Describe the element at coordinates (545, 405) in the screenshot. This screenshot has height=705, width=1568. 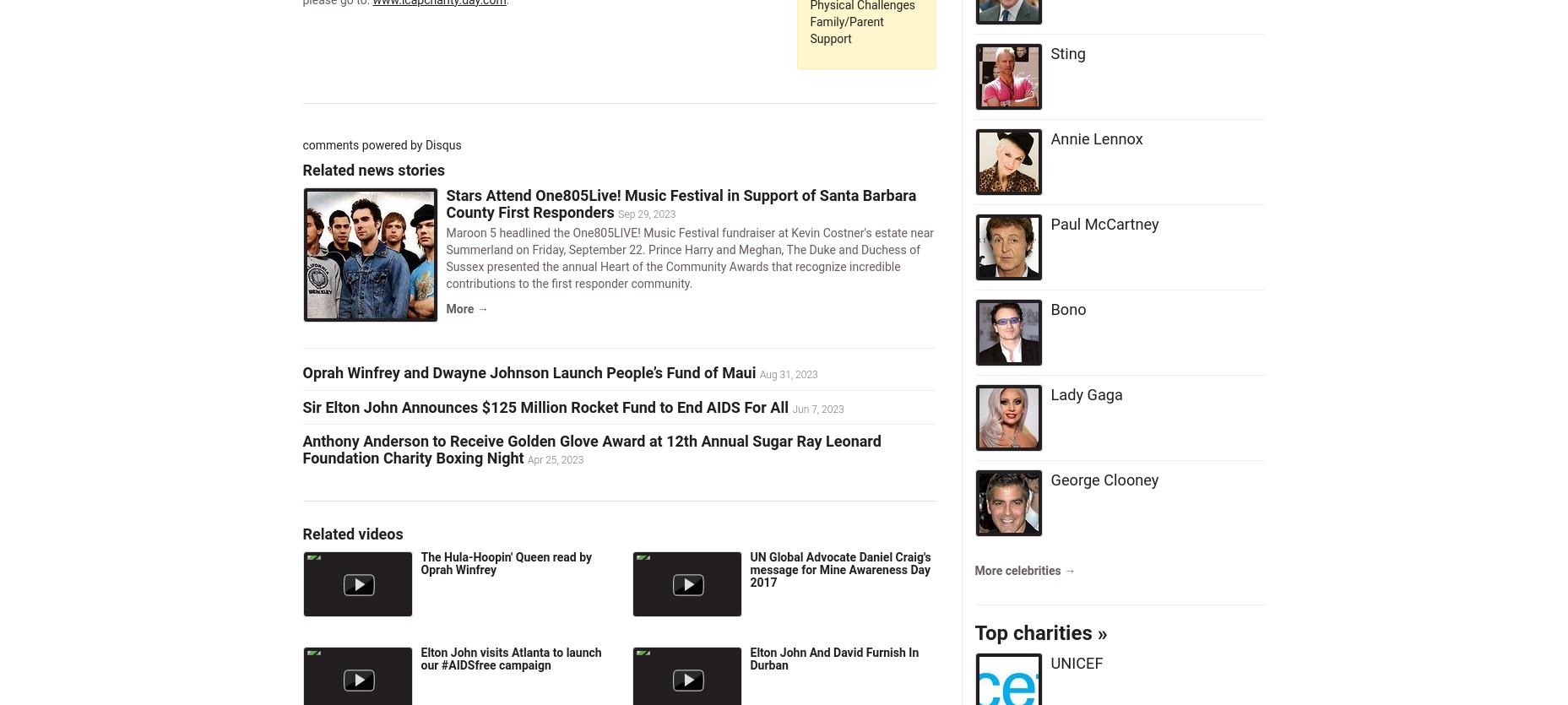
I see `'Sir Elton John Announces $125 Million Rocket Fund to End AIDS For All'` at that location.